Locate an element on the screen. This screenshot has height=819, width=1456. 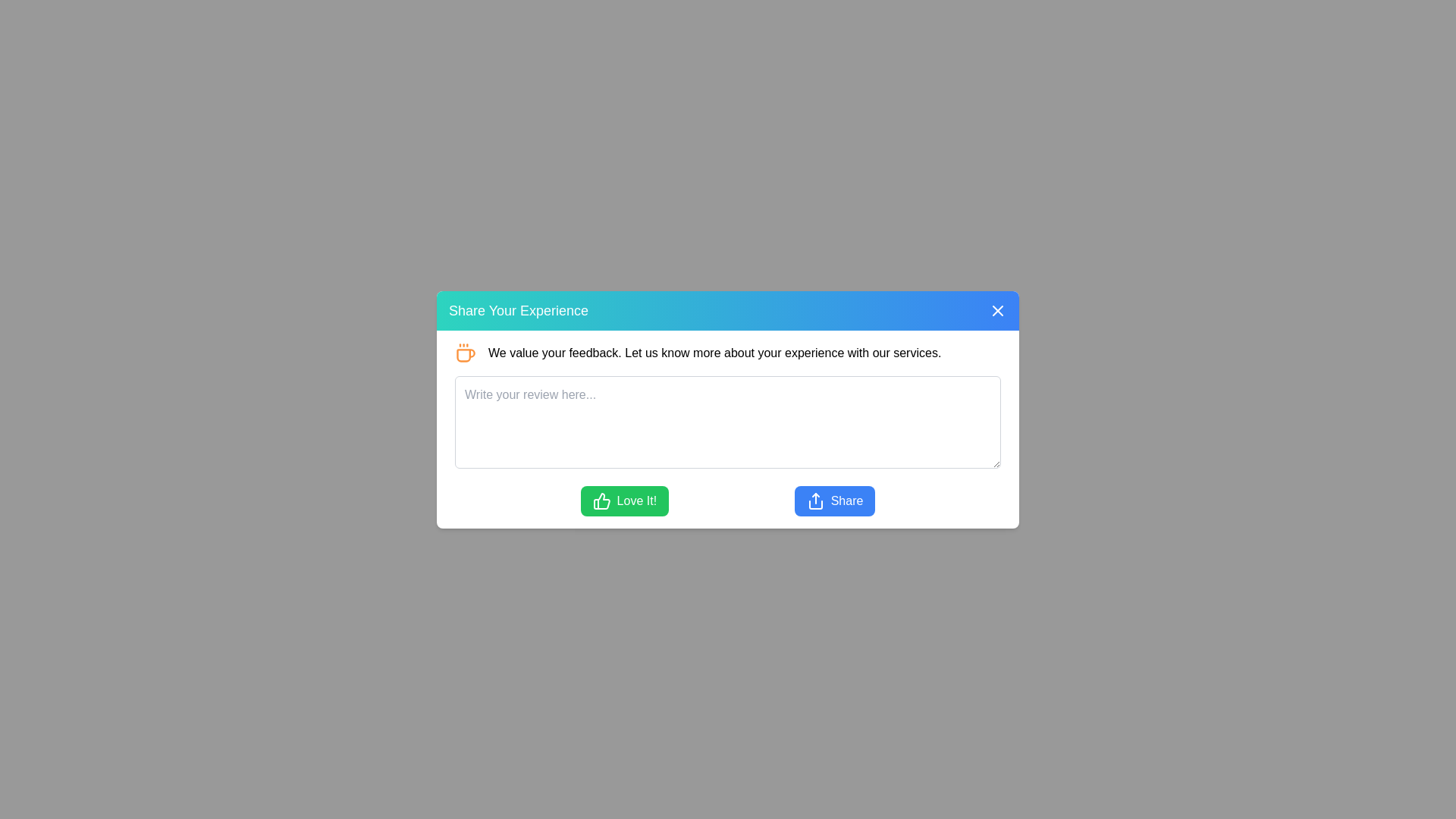
the text label displaying 'Love It!' with a white font on a green background, located at the bottom-center of a modal dialog is located at coordinates (636, 500).